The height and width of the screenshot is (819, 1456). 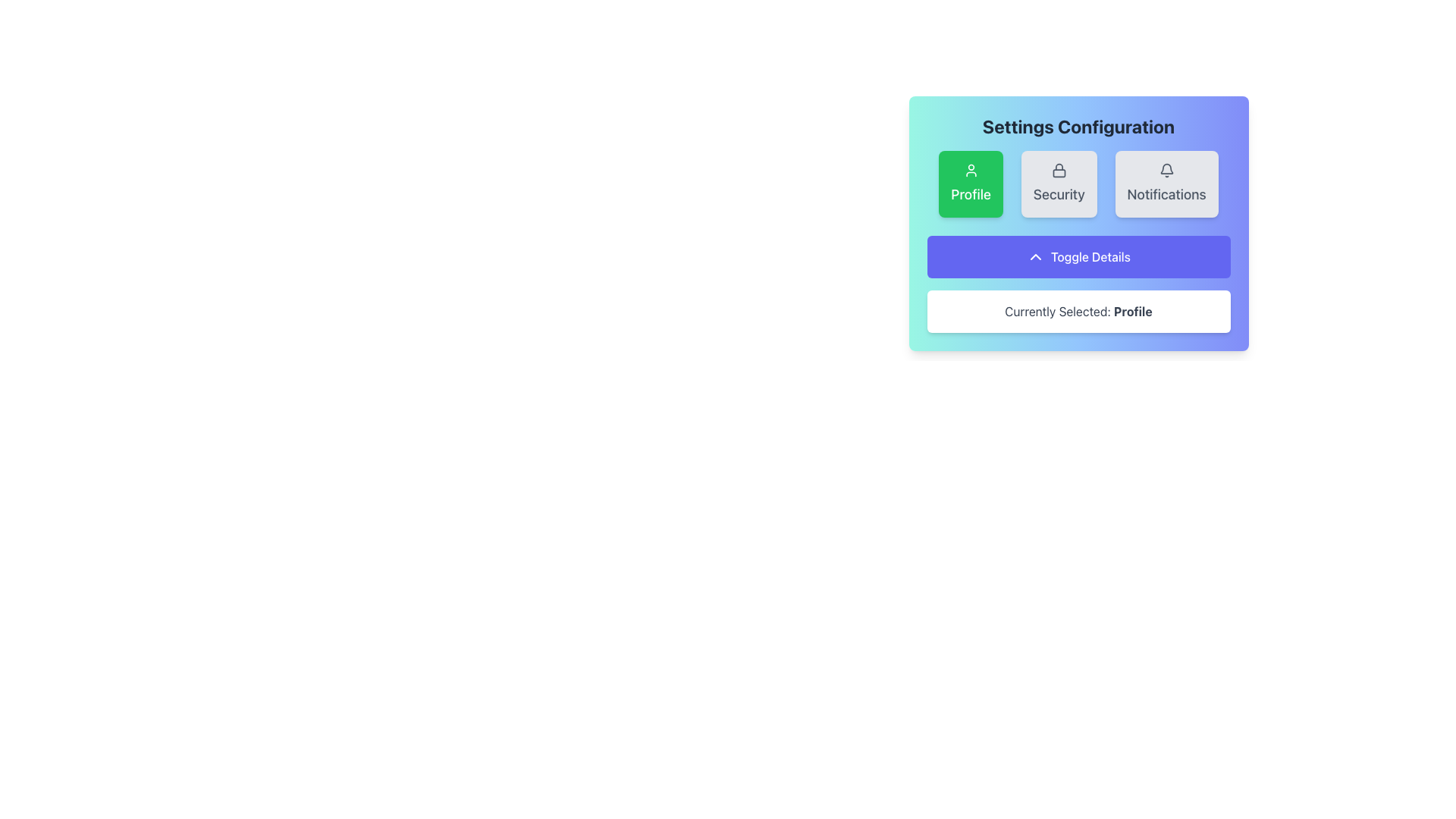 What do you see at coordinates (971, 194) in the screenshot?
I see `the 'Profile' text label located in the clickable green button at the top-left corner of the configuration menu` at bounding box center [971, 194].